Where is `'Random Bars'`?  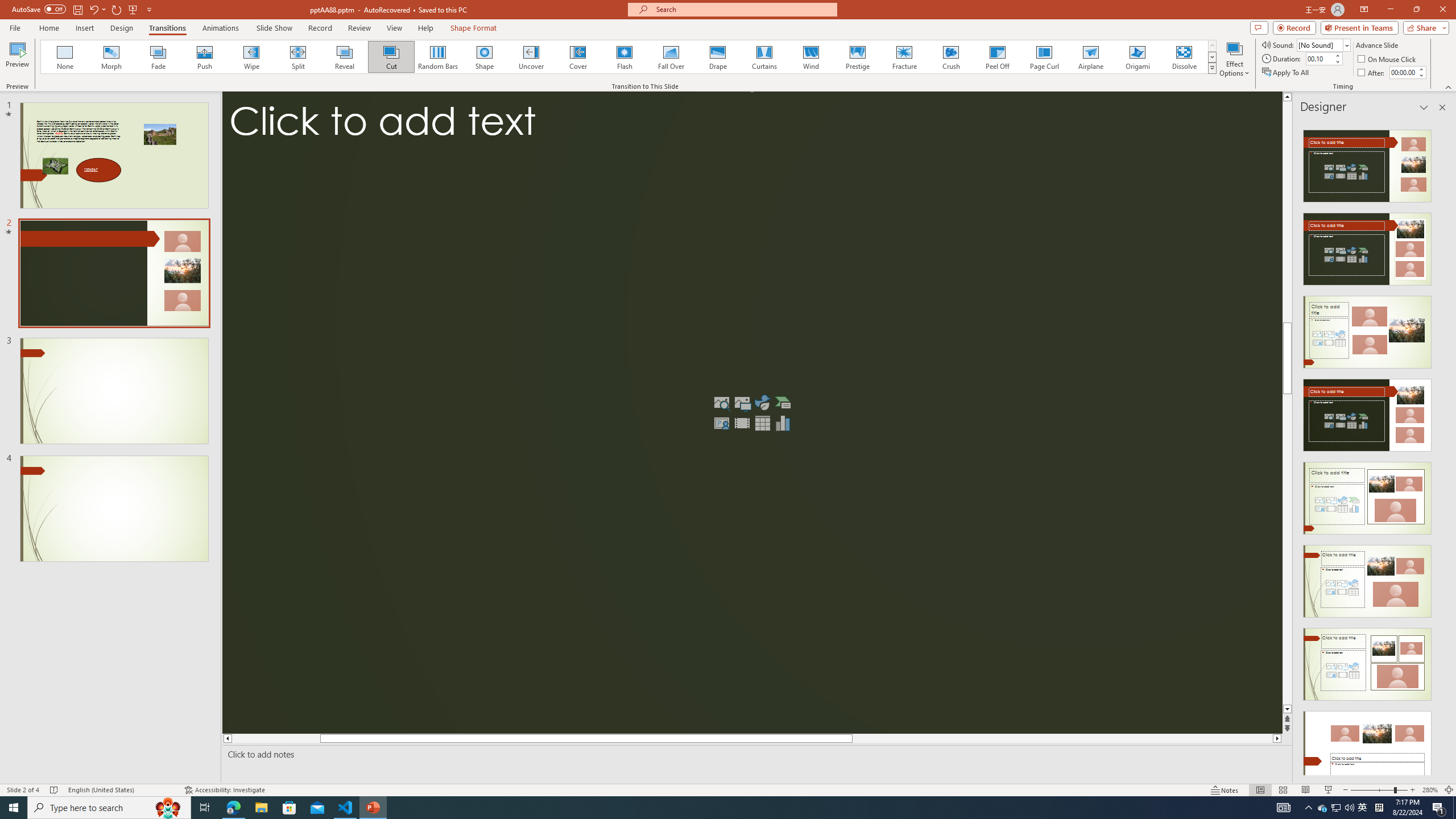
'Random Bars' is located at coordinates (438, 56).